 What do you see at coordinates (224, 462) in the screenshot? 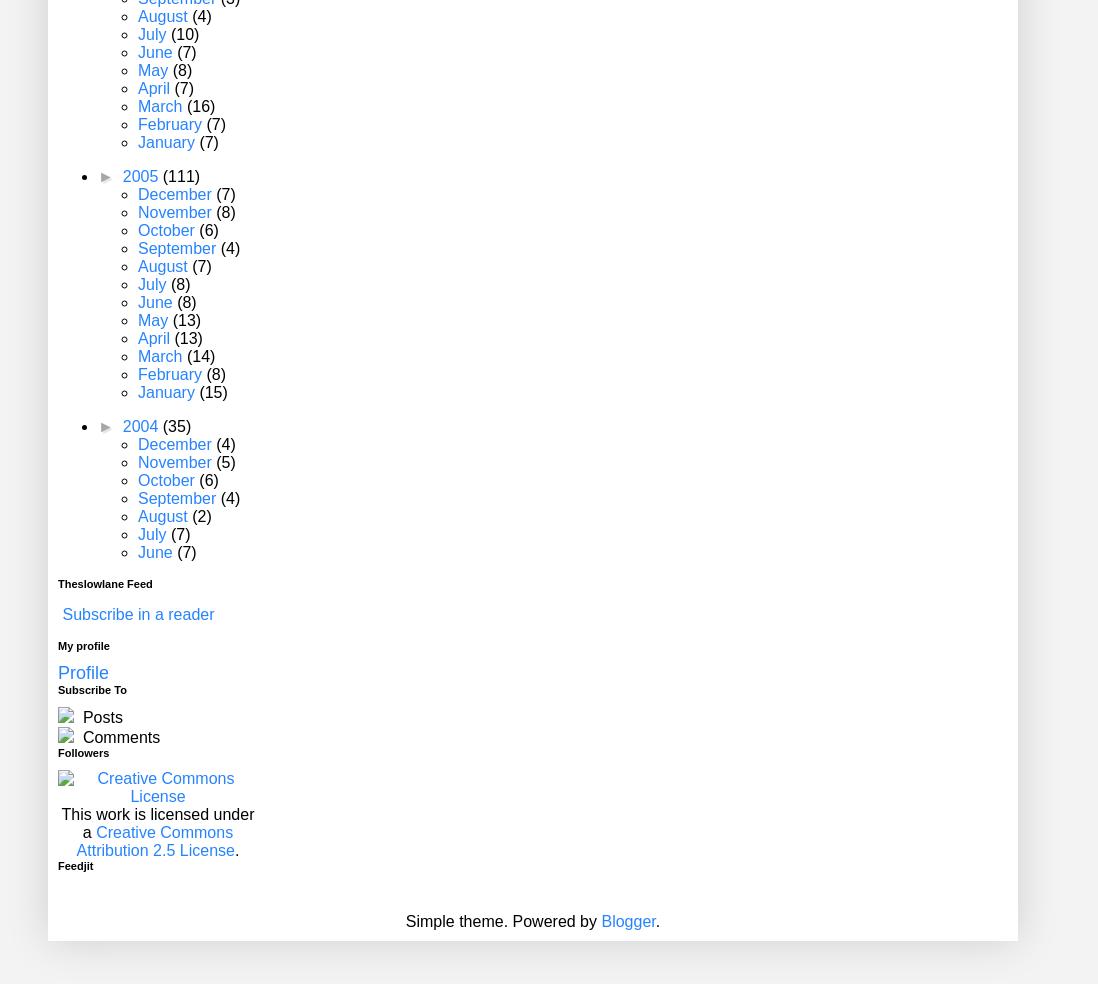
I see `'(5)'` at bounding box center [224, 462].